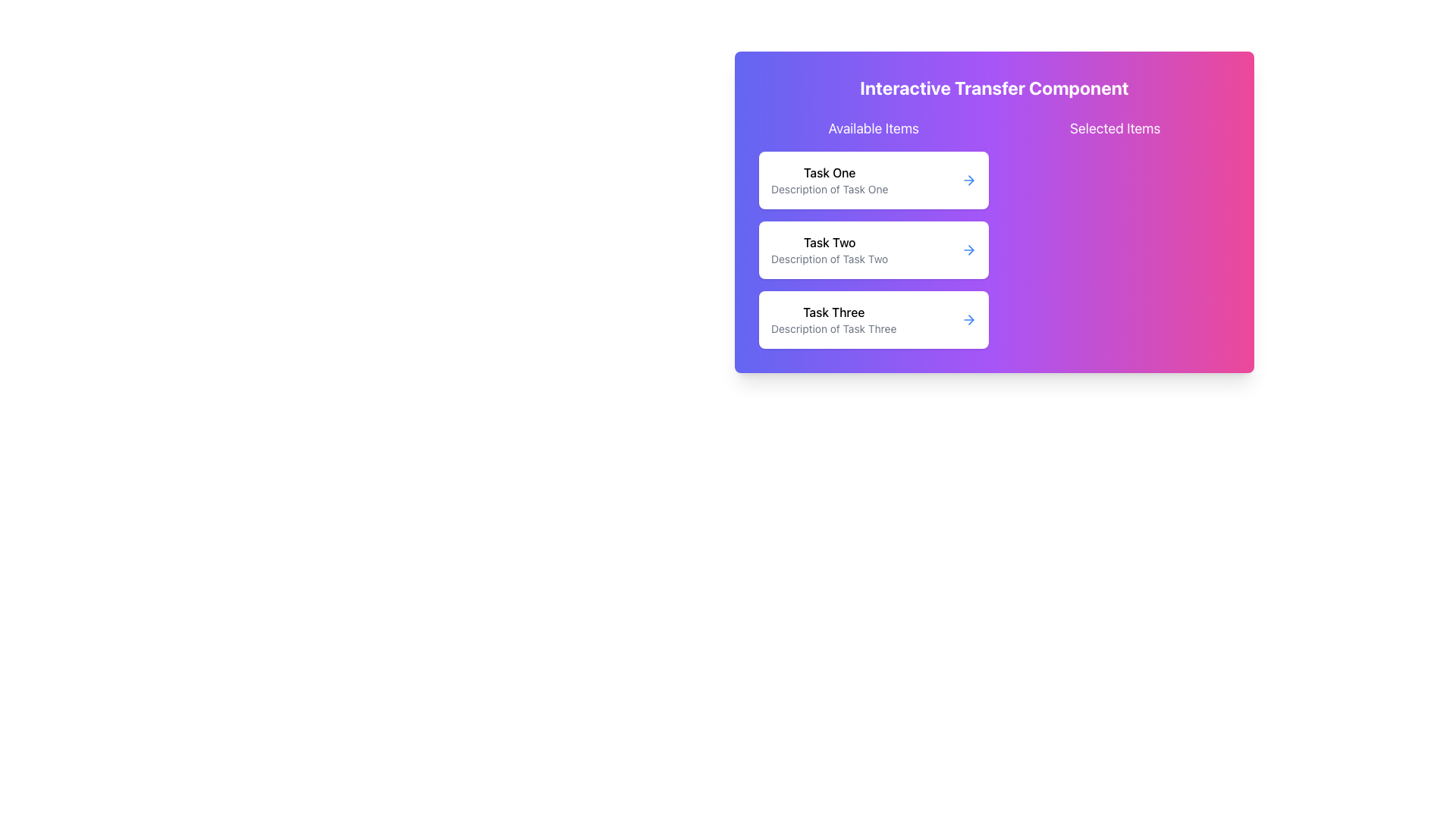  Describe the element at coordinates (968, 249) in the screenshot. I see `the navigational button located on the right side of the 'Task Two' card in the 'Available Items' list` at that location.